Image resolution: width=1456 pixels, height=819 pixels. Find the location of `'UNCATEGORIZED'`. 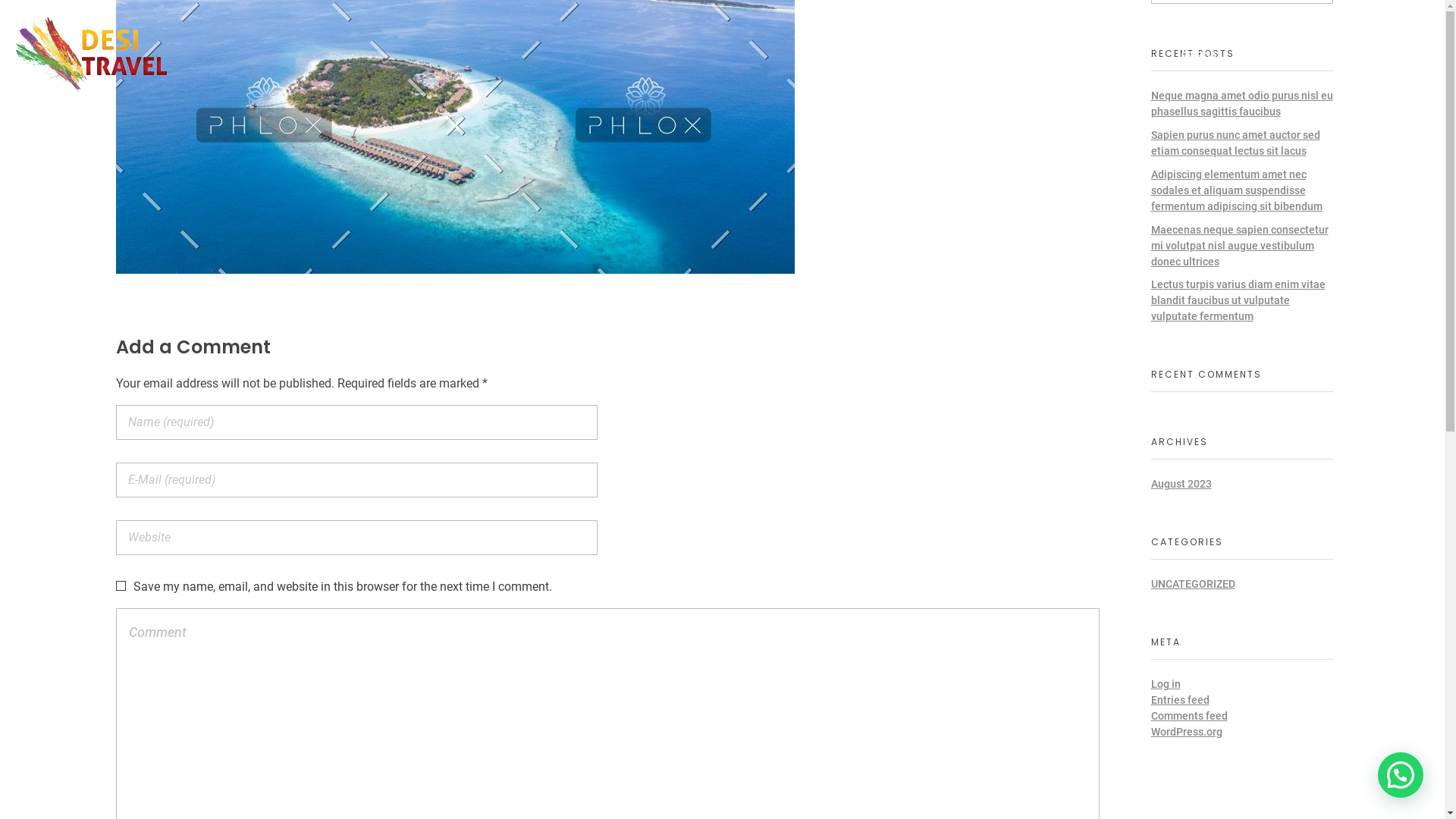

'UNCATEGORIZED' is located at coordinates (1150, 583).